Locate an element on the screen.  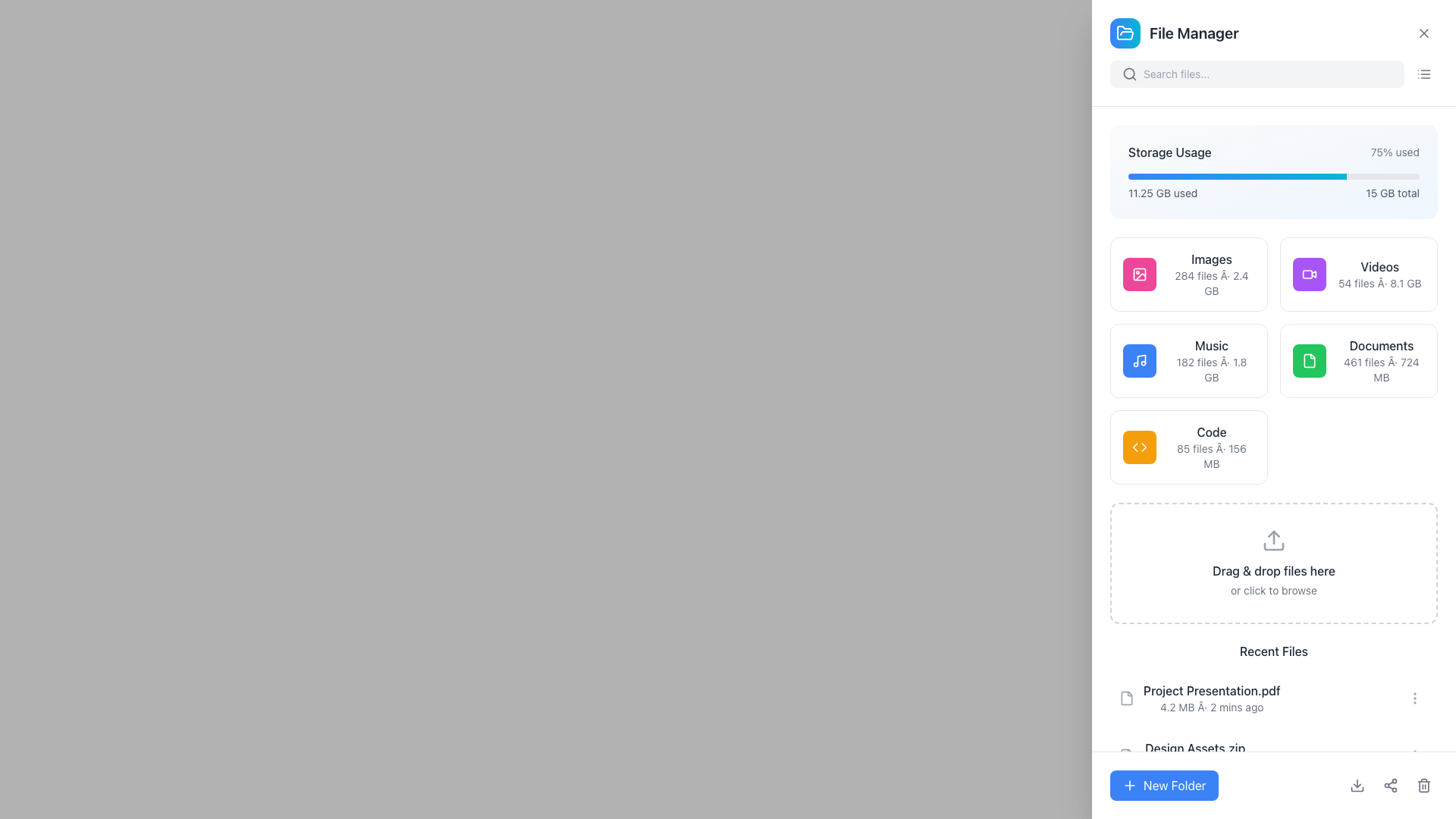
text label indicating the 'Code' file category, which is positioned at the top of the file type cards section, beneath 'Music' and 'Documents' is located at coordinates (1211, 432).